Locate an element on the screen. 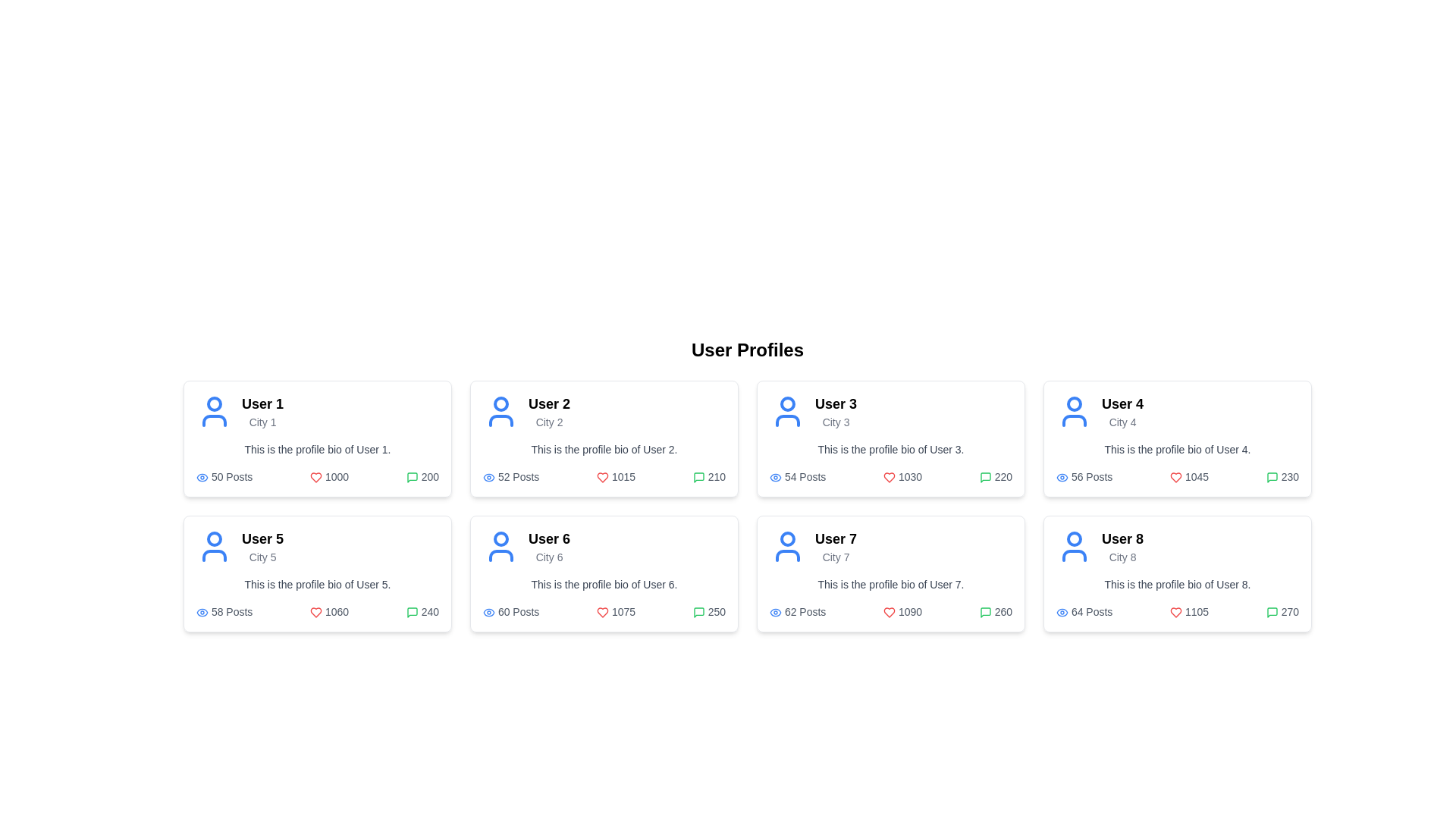 The width and height of the screenshot is (1456, 819). the comment interaction icon located in the profile card of 'User 2', positioned in the second column of the first row, to the right of the numerical comment count is located at coordinates (698, 478).